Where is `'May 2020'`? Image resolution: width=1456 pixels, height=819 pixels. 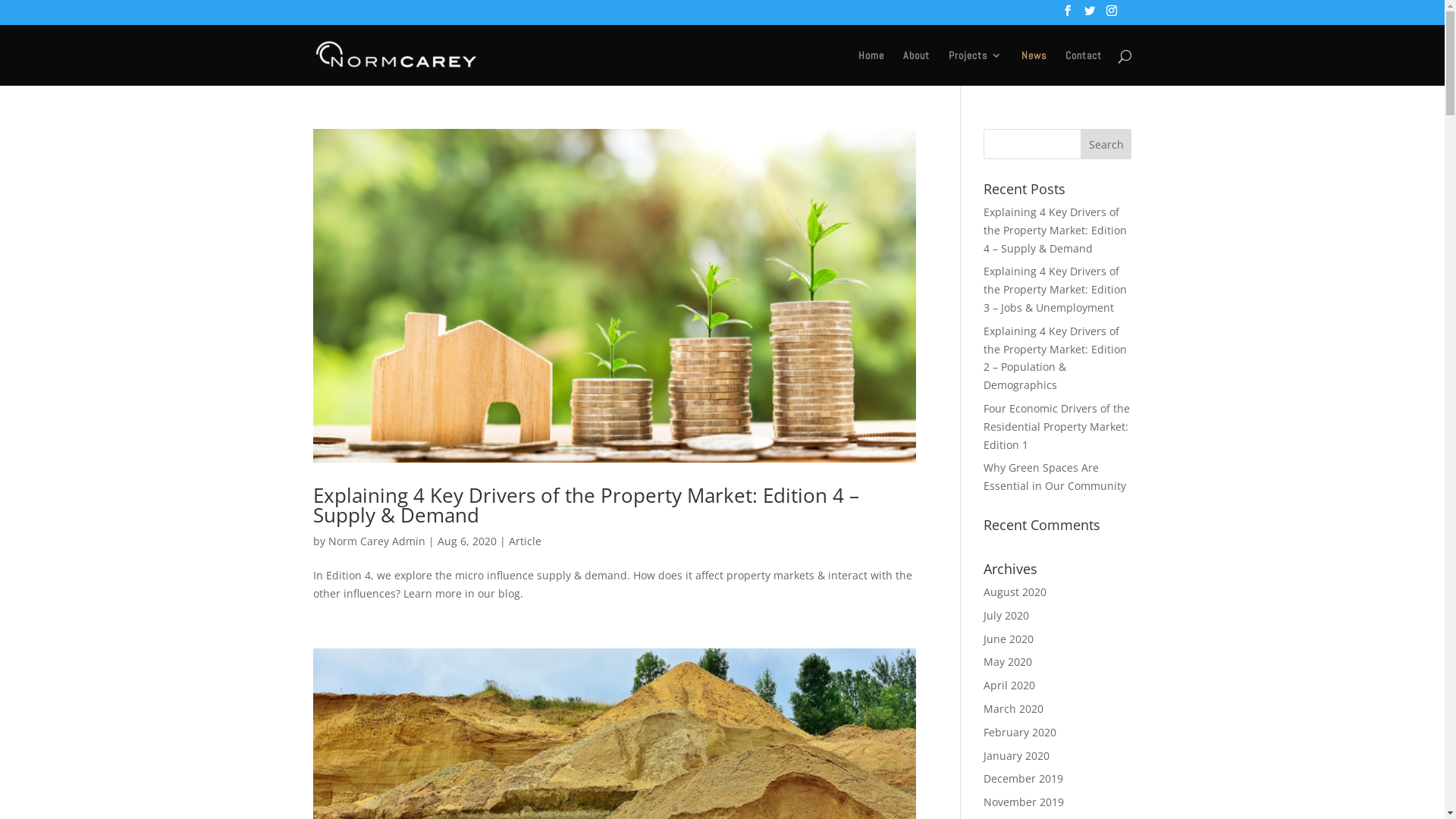
'May 2020' is located at coordinates (1008, 661).